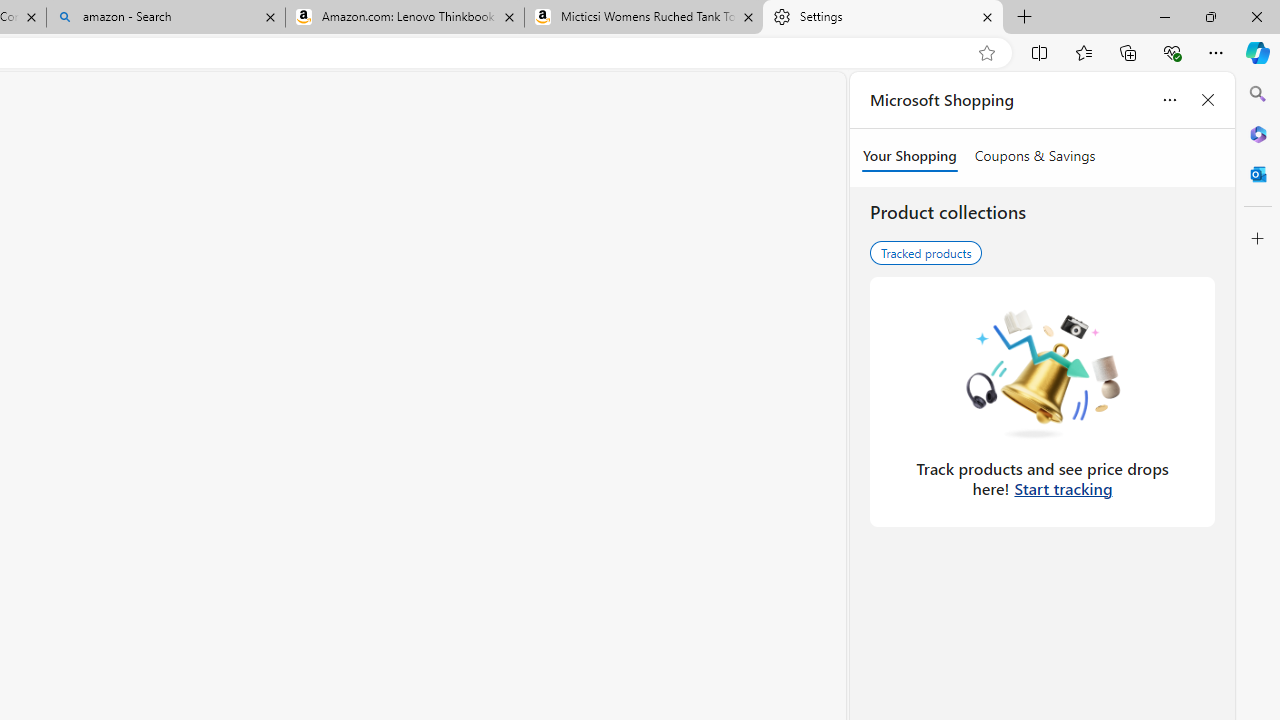 The height and width of the screenshot is (720, 1280). I want to click on 'amazon - Search', so click(166, 17).